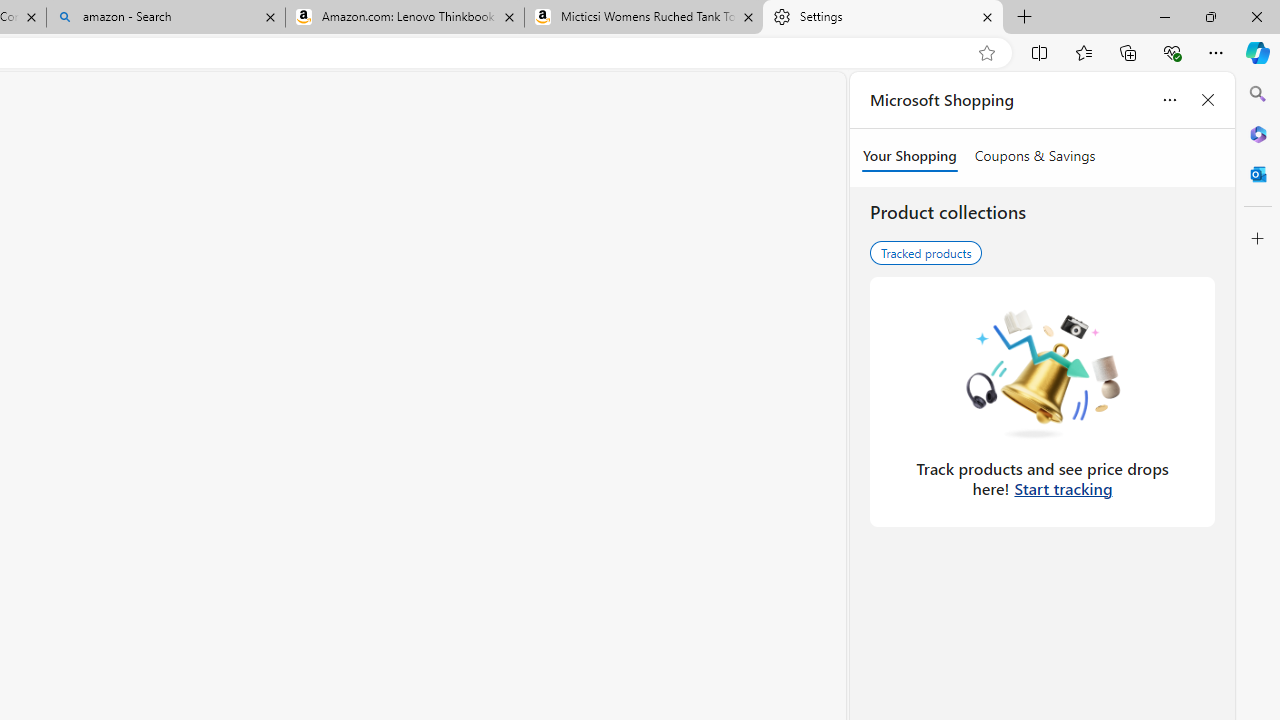 The height and width of the screenshot is (720, 1280). I want to click on 'amazon - Search', so click(166, 17).